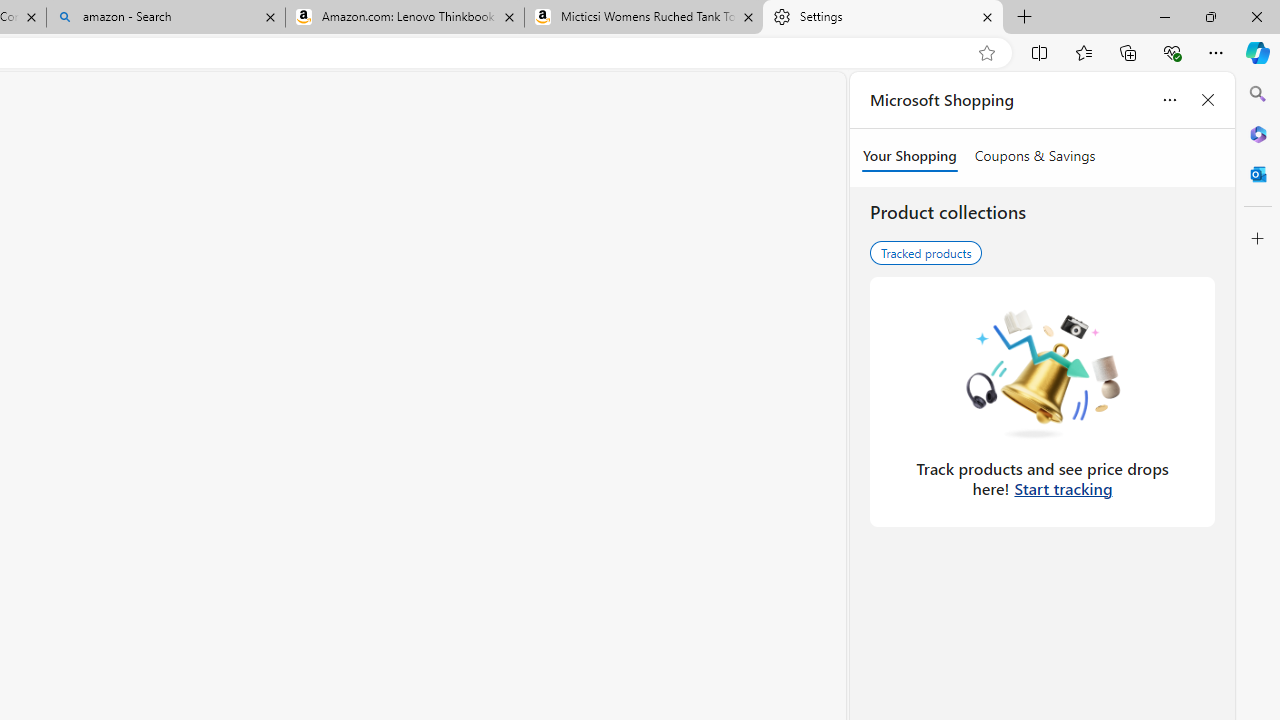 The height and width of the screenshot is (720, 1280). I want to click on 'amazon - Search', so click(166, 17).